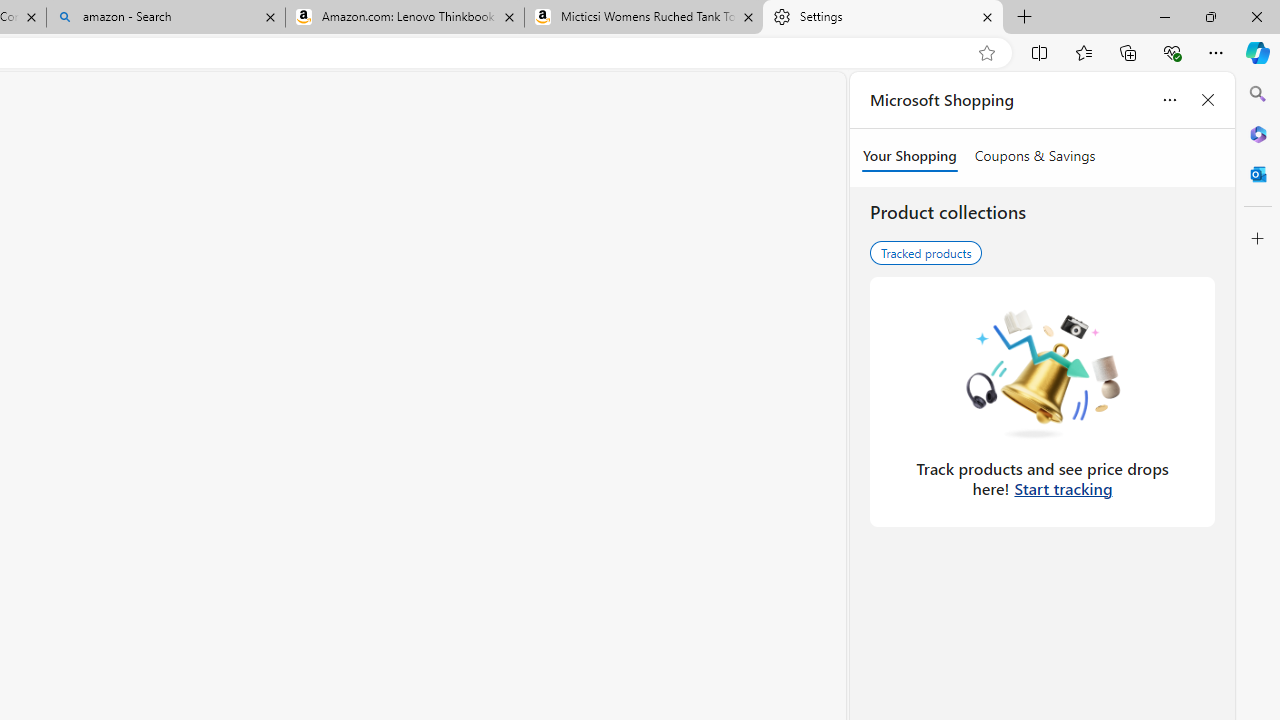 The height and width of the screenshot is (720, 1280). I want to click on 'amazon - Search', so click(166, 17).